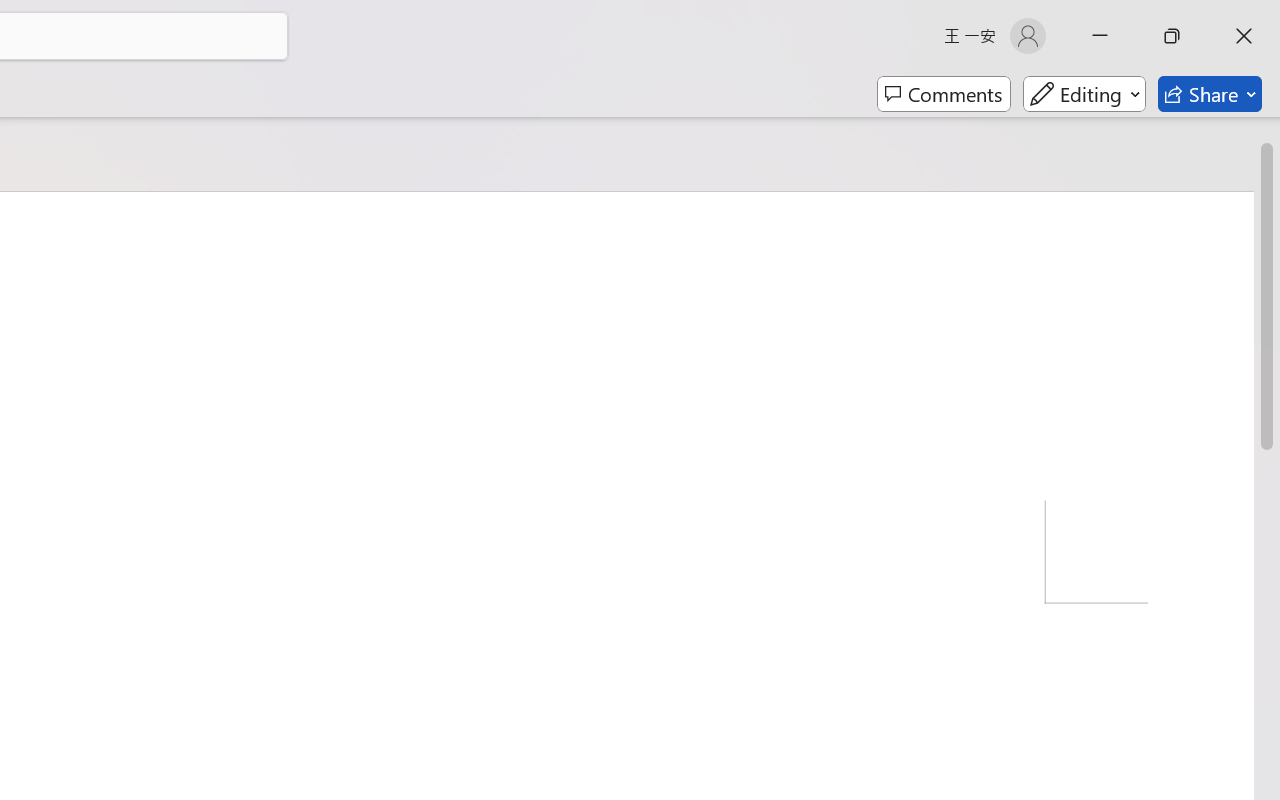 The image size is (1280, 800). I want to click on 'Comments', so click(943, 94).